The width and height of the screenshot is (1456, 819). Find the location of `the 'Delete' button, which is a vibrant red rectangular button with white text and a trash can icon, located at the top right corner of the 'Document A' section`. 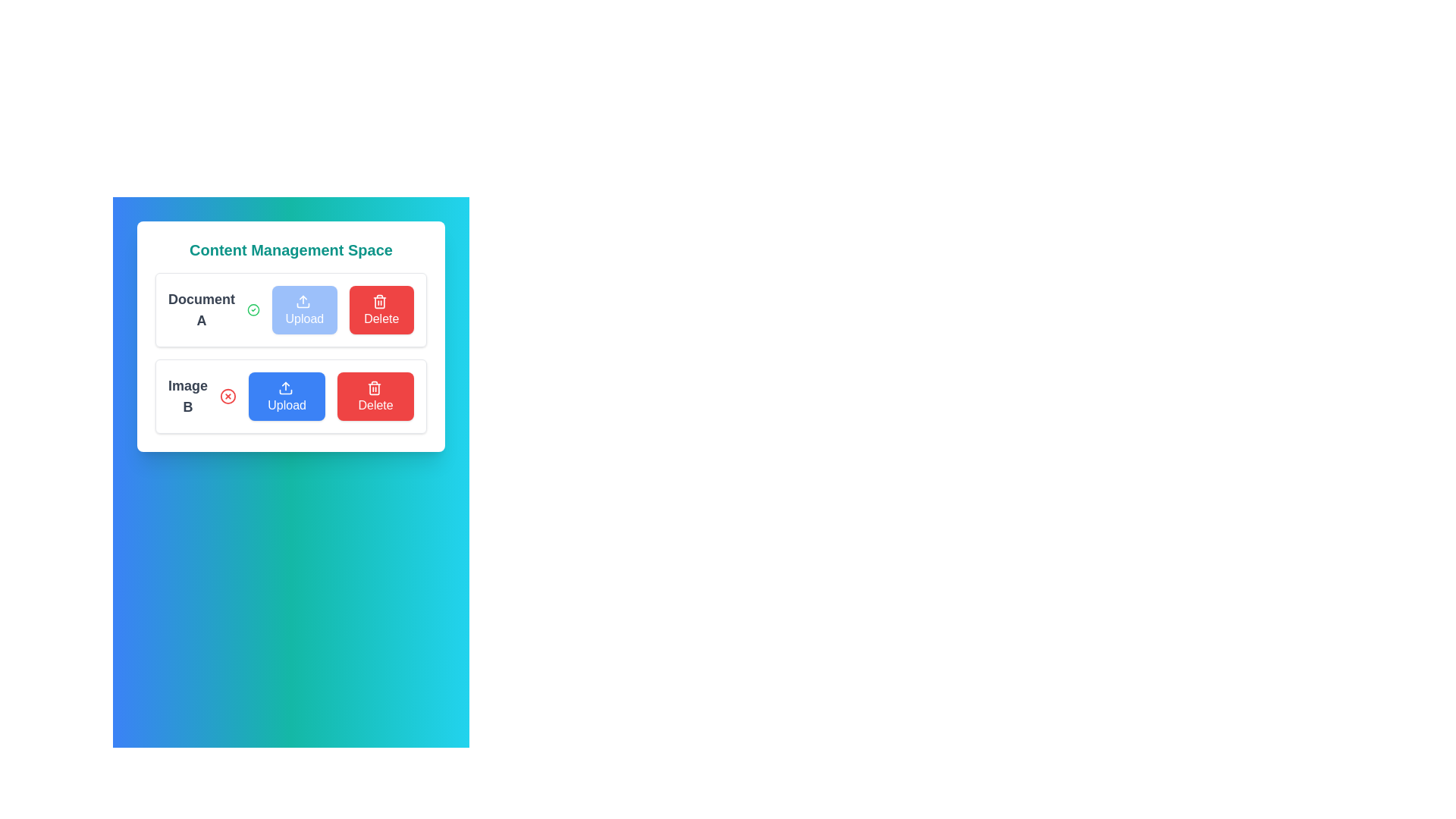

the 'Delete' button, which is a vibrant red rectangular button with white text and a trash can icon, located at the top right corner of the 'Document A' section is located at coordinates (381, 309).